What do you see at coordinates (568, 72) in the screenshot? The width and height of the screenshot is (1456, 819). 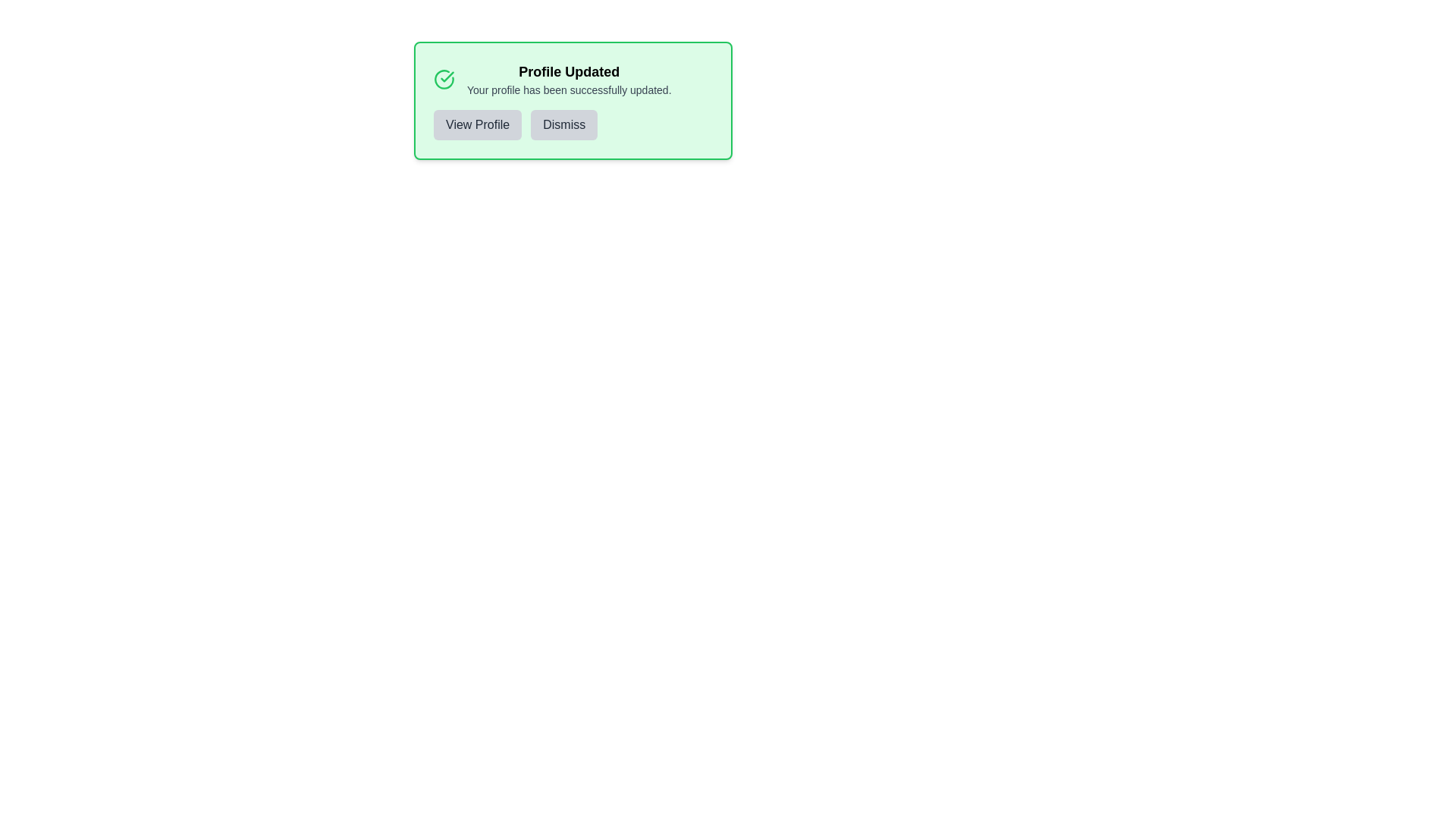 I see `the text label that indicates a successful profile update, located at the top of the central notification box` at bounding box center [568, 72].